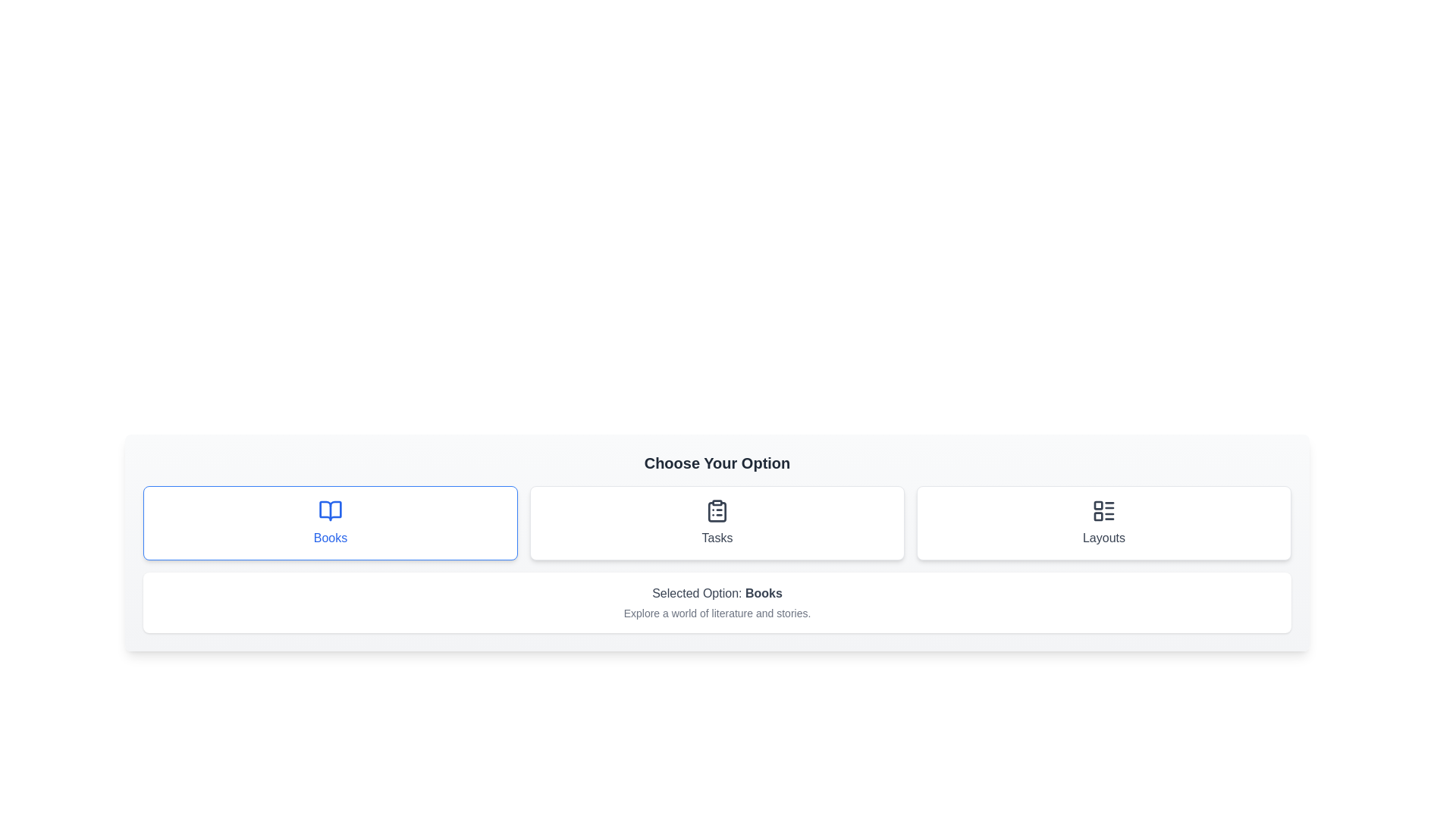 This screenshot has height=819, width=1456. What do you see at coordinates (330, 511) in the screenshot?
I see `the open book icon, which is part of the 'Books' section` at bounding box center [330, 511].